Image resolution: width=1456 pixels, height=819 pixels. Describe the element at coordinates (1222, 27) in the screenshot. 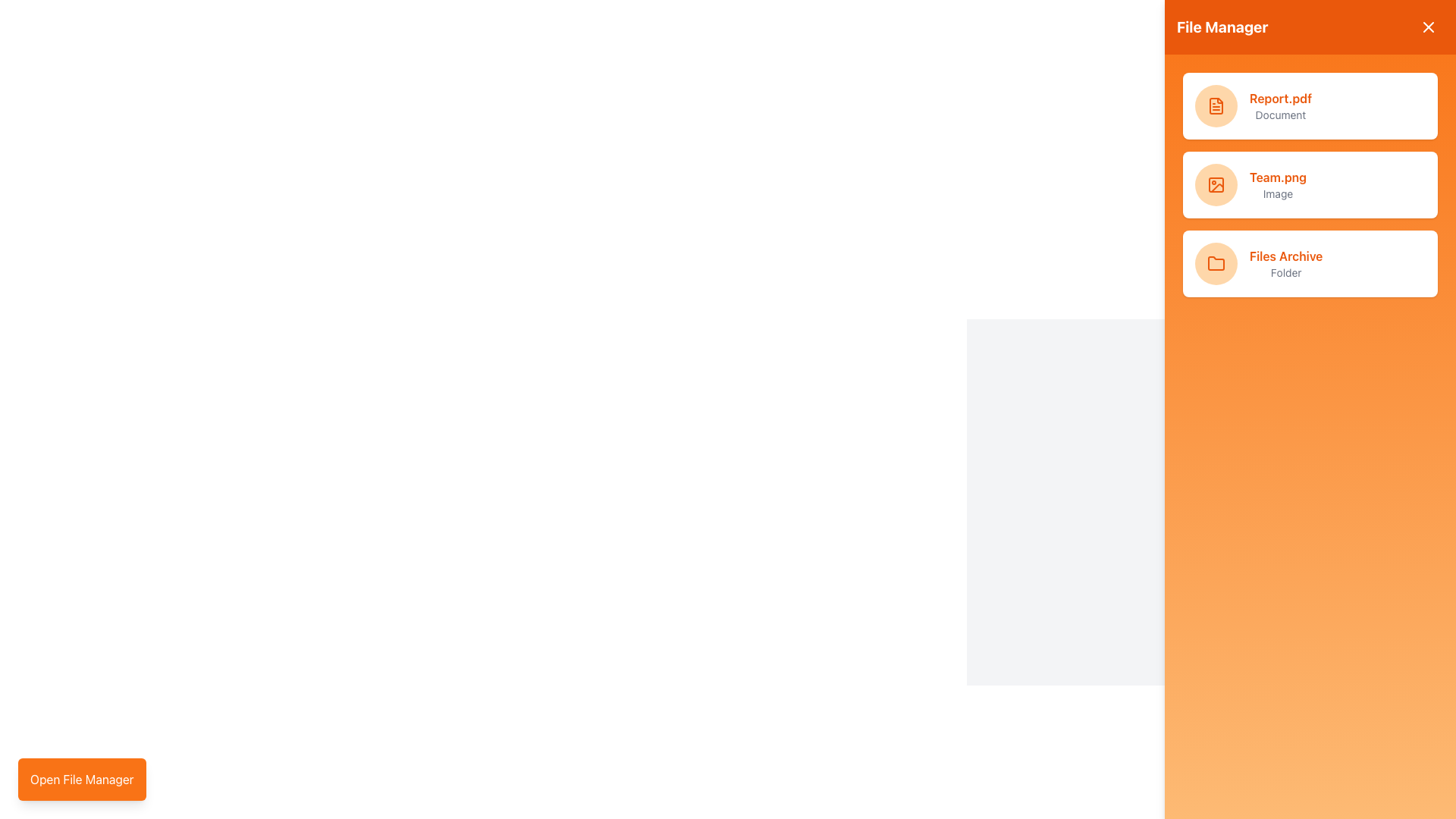

I see `the title text element located at the upper-left corner of the right-side panel, which provides context about the panel's content` at that location.